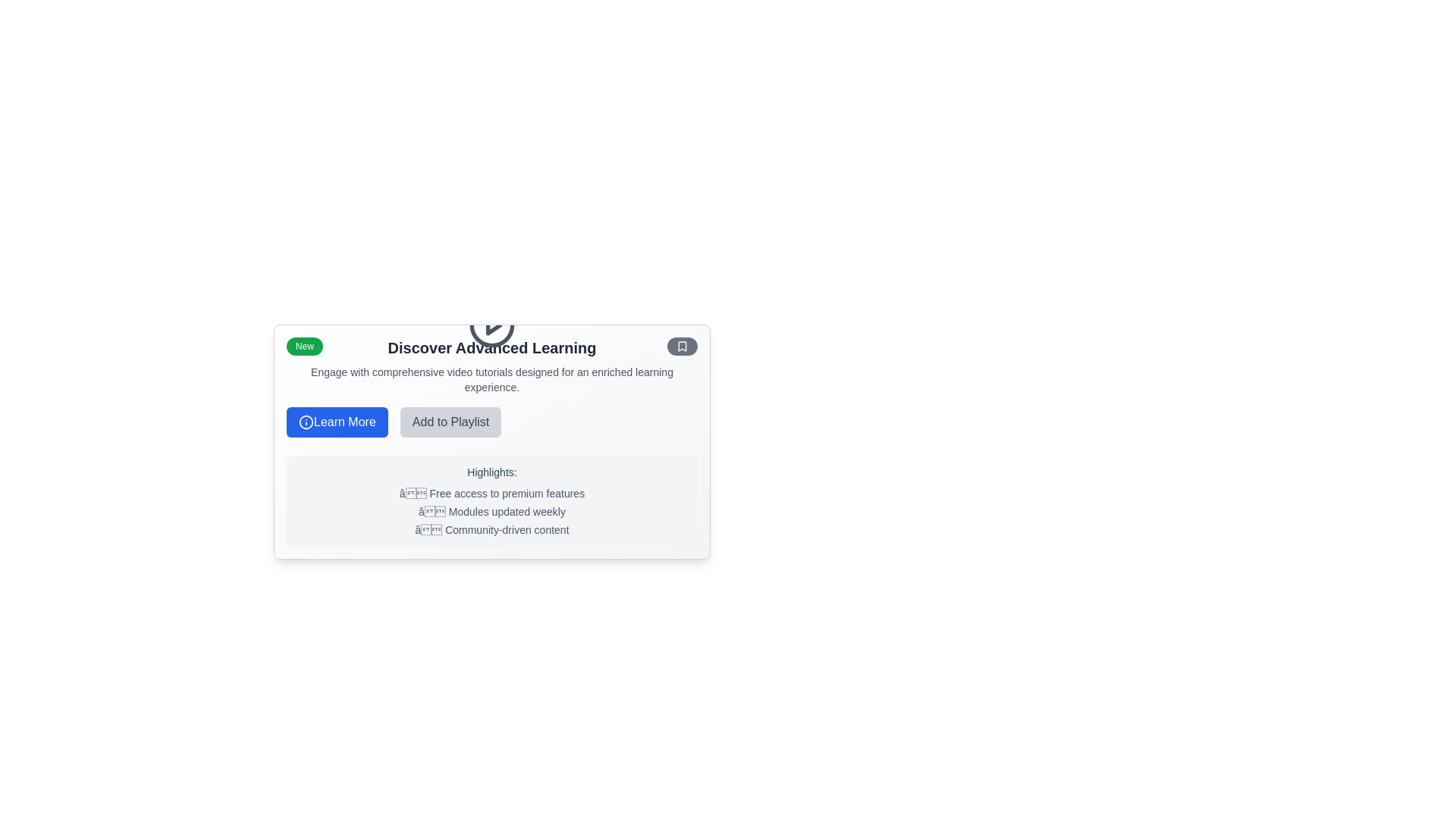 Image resolution: width=1456 pixels, height=819 pixels. Describe the element at coordinates (491, 529) in the screenshot. I see `informational static text that highlights community-driven content, which is the third item in a vertical list located in the highlights section of the displayed panel` at that location.